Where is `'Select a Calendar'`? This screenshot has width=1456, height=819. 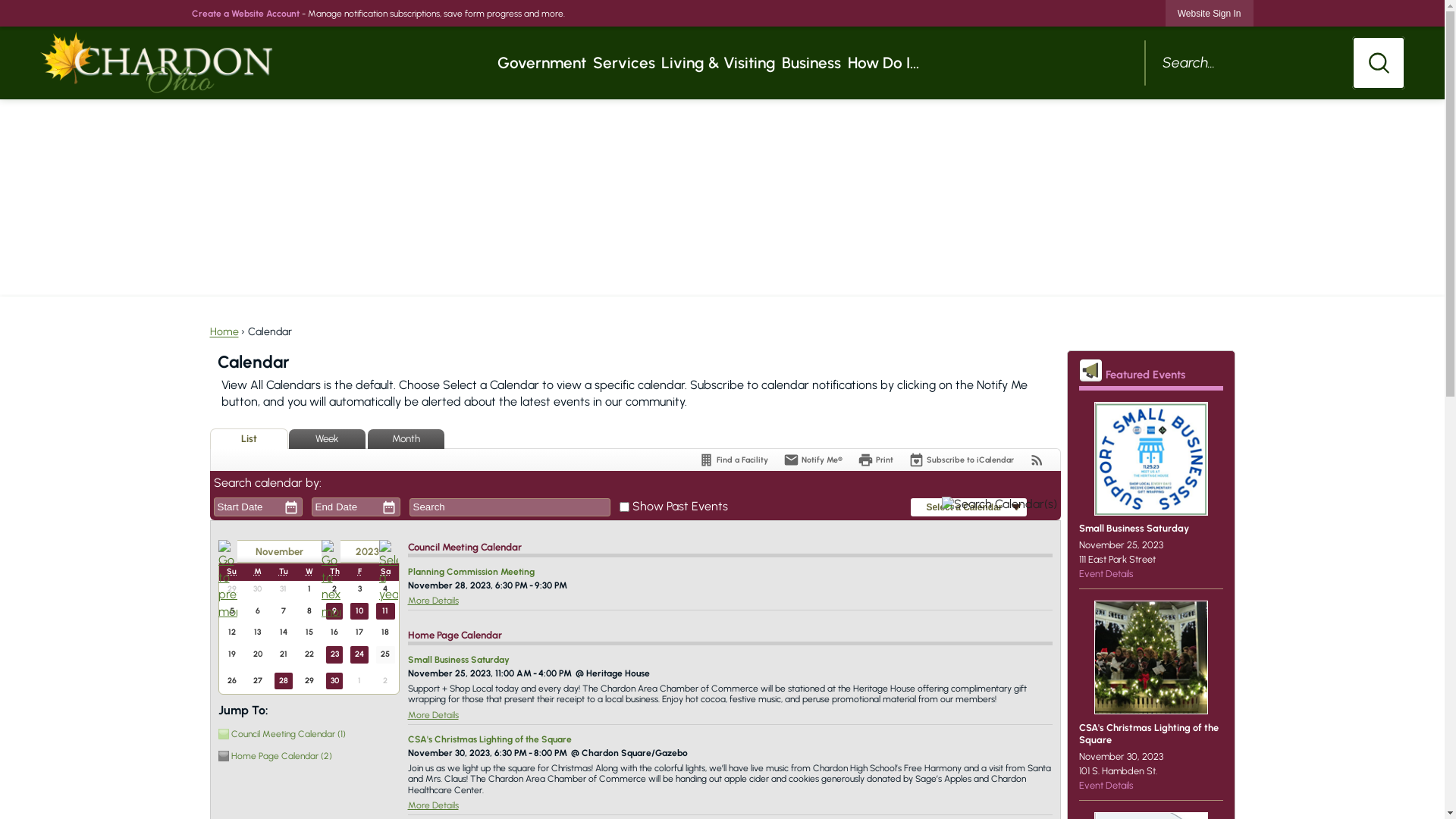 'Select a Calendar' is located at coordinates (910, 507).